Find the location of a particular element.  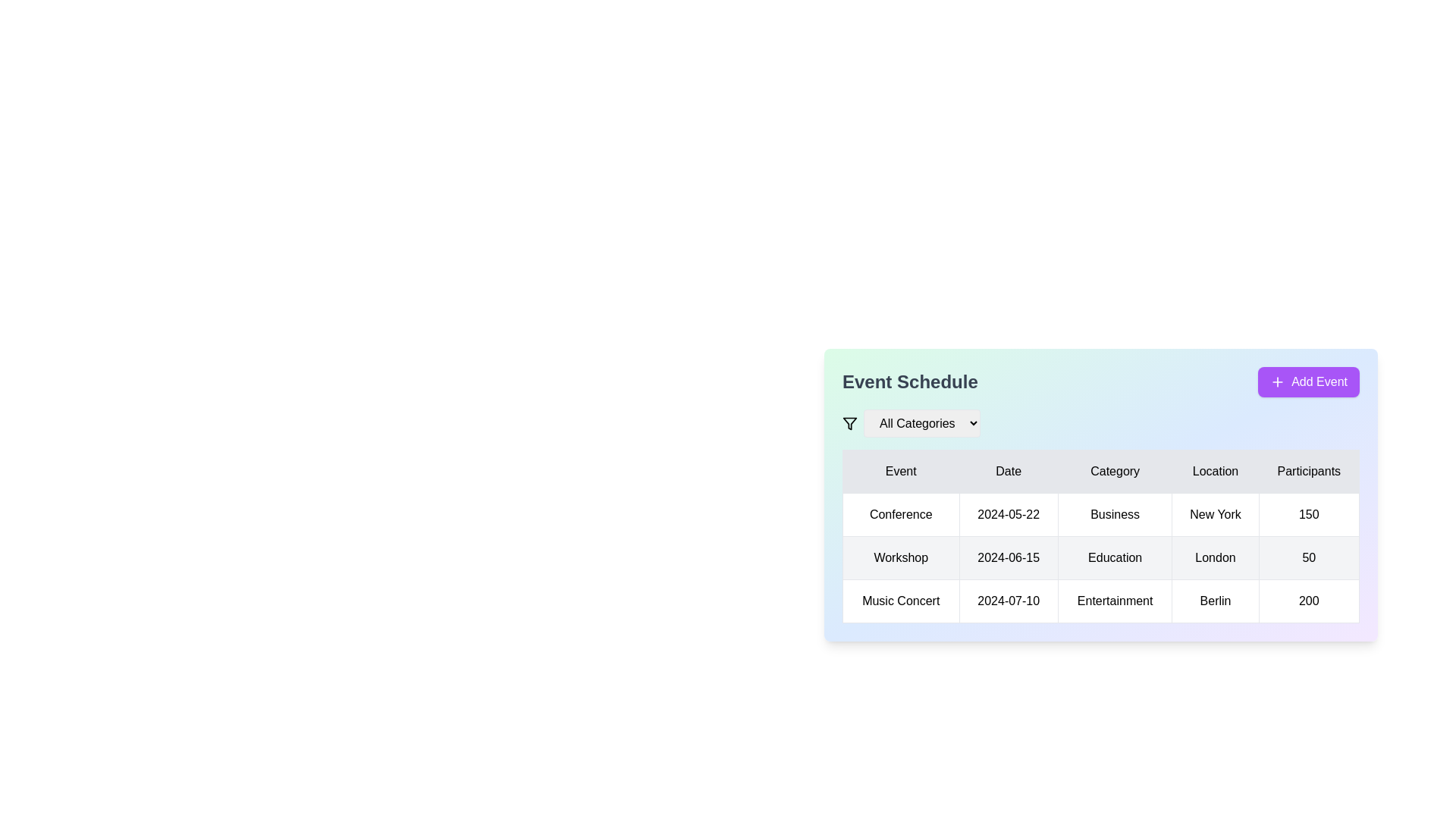

the Text display cell that shows the date '2024-06-15', located in the 'Date' column for the 'Workshop' event in the second row of the table is located at coordinates (1009, 558).